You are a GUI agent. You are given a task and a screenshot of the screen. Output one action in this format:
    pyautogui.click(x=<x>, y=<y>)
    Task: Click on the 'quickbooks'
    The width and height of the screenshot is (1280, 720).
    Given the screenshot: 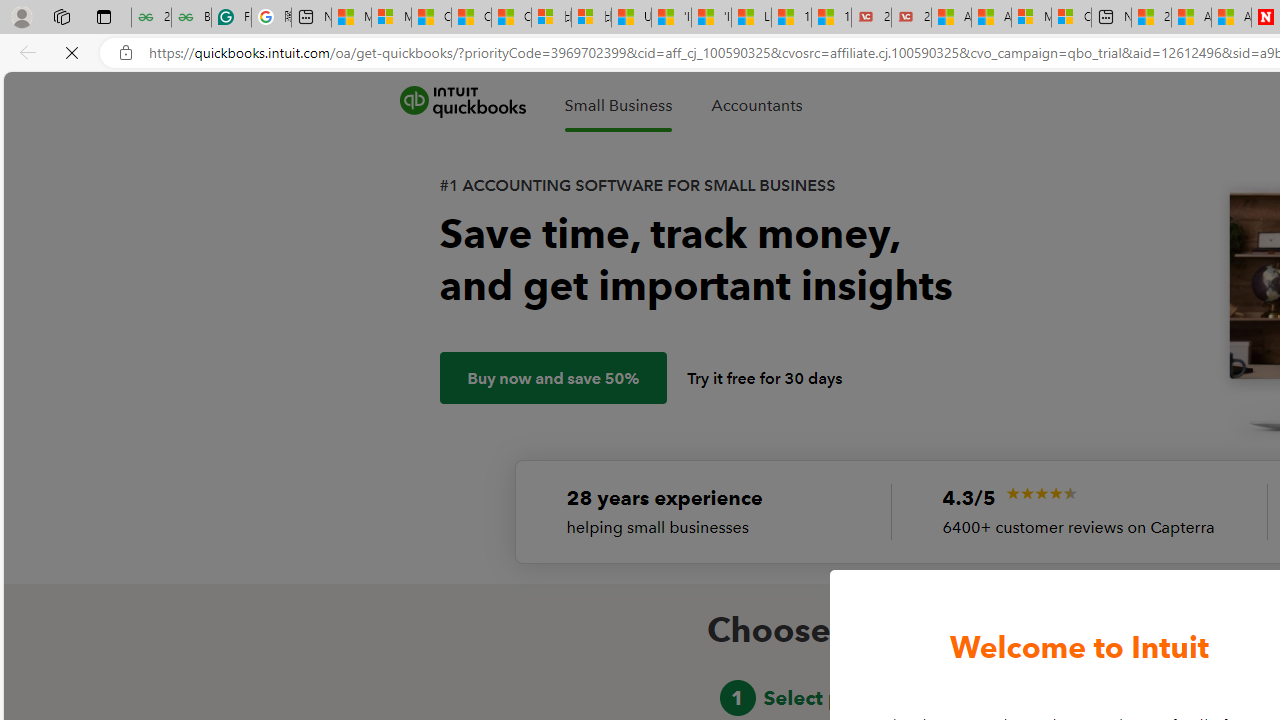 What is the action you would take?
    pyautogui.click(x=461, y=101)
    